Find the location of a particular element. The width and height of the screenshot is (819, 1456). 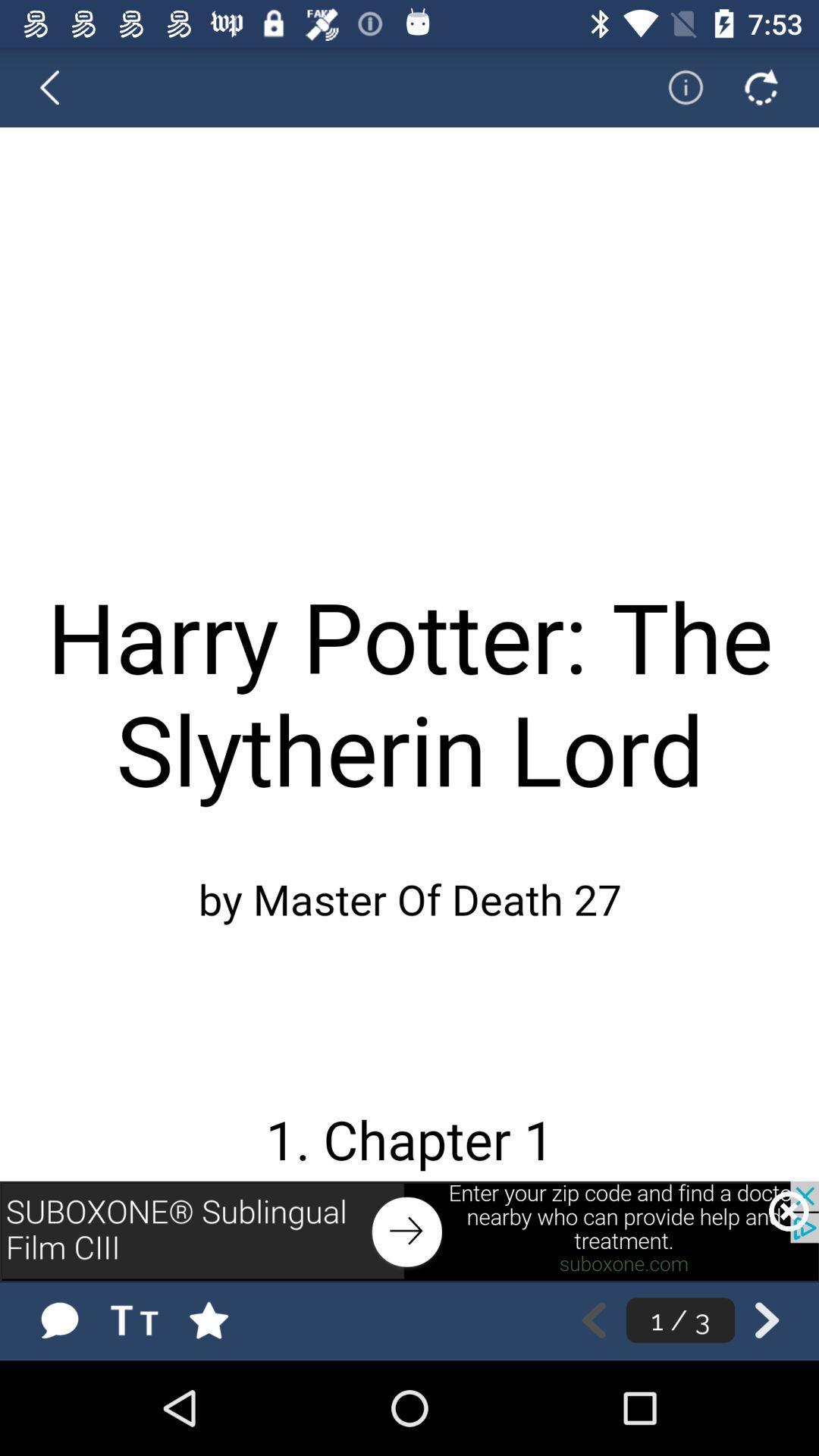

send message is located at coordinates (58, 1319).